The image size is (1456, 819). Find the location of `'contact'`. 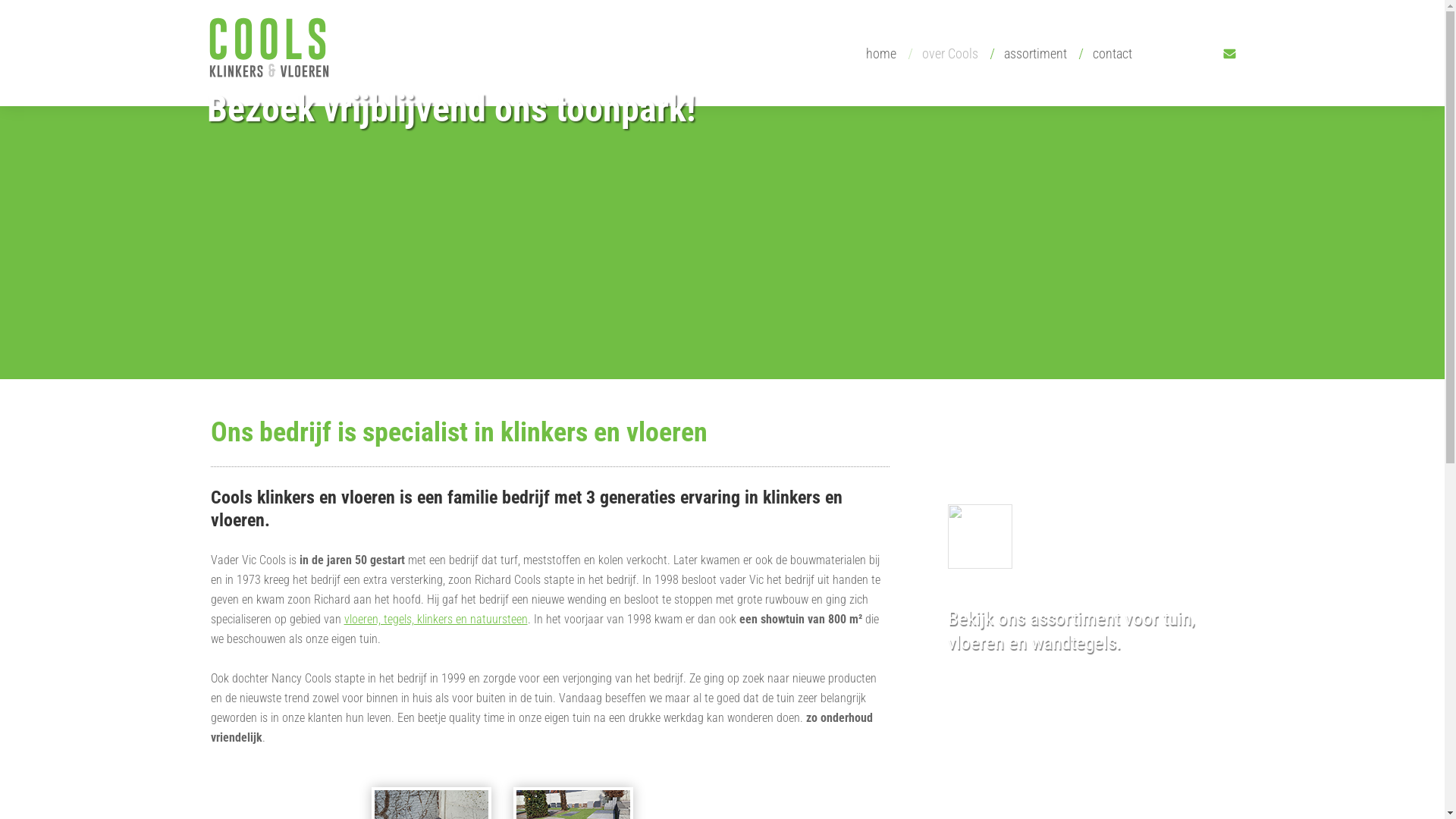

'contact' is located at coordinates (1107, 52).